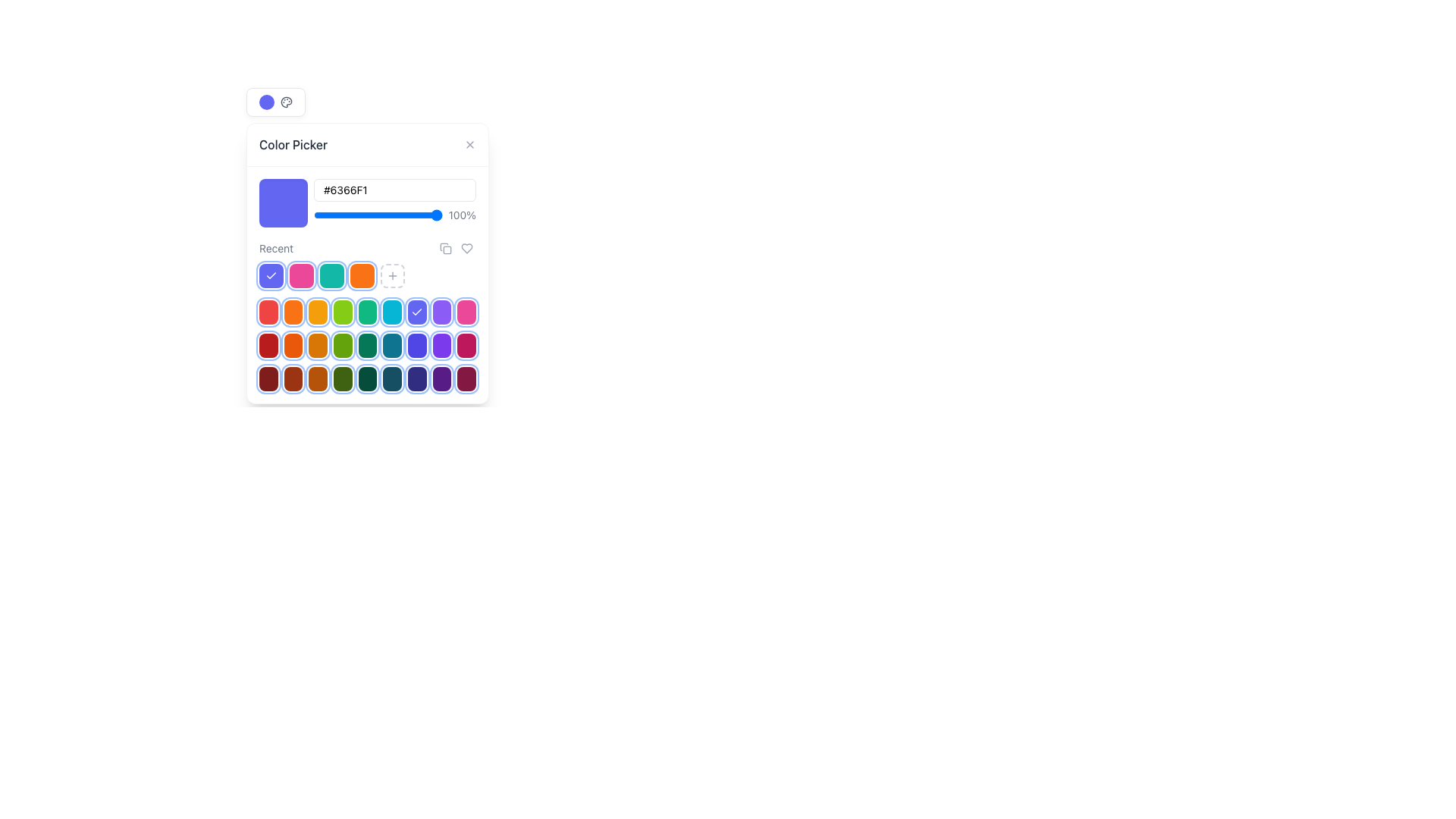  I want to click on the slider value, so click(405, 215).